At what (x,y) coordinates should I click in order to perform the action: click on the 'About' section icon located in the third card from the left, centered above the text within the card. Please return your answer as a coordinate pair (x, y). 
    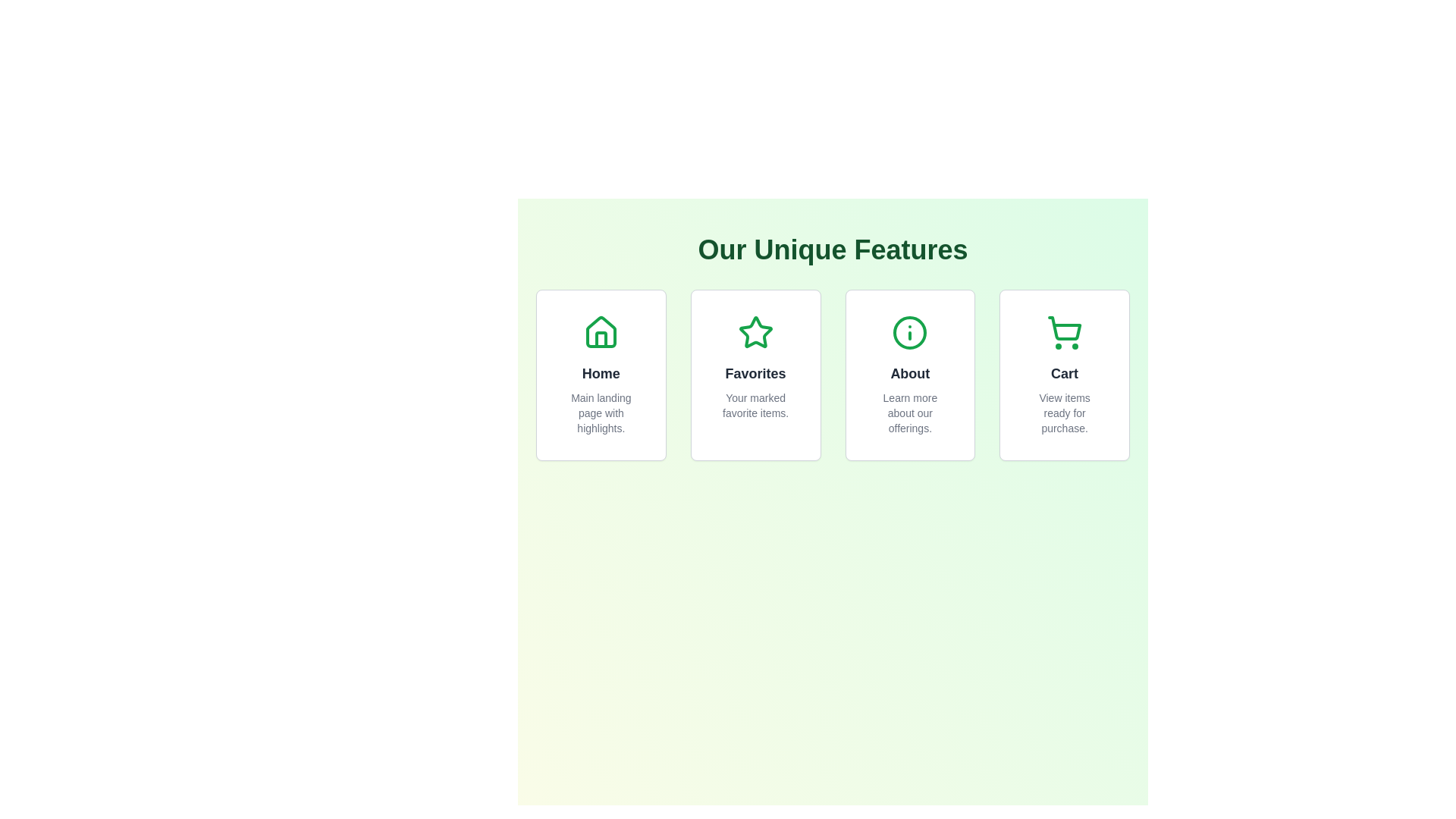
    Looking at the image, I should click on (910, 332).